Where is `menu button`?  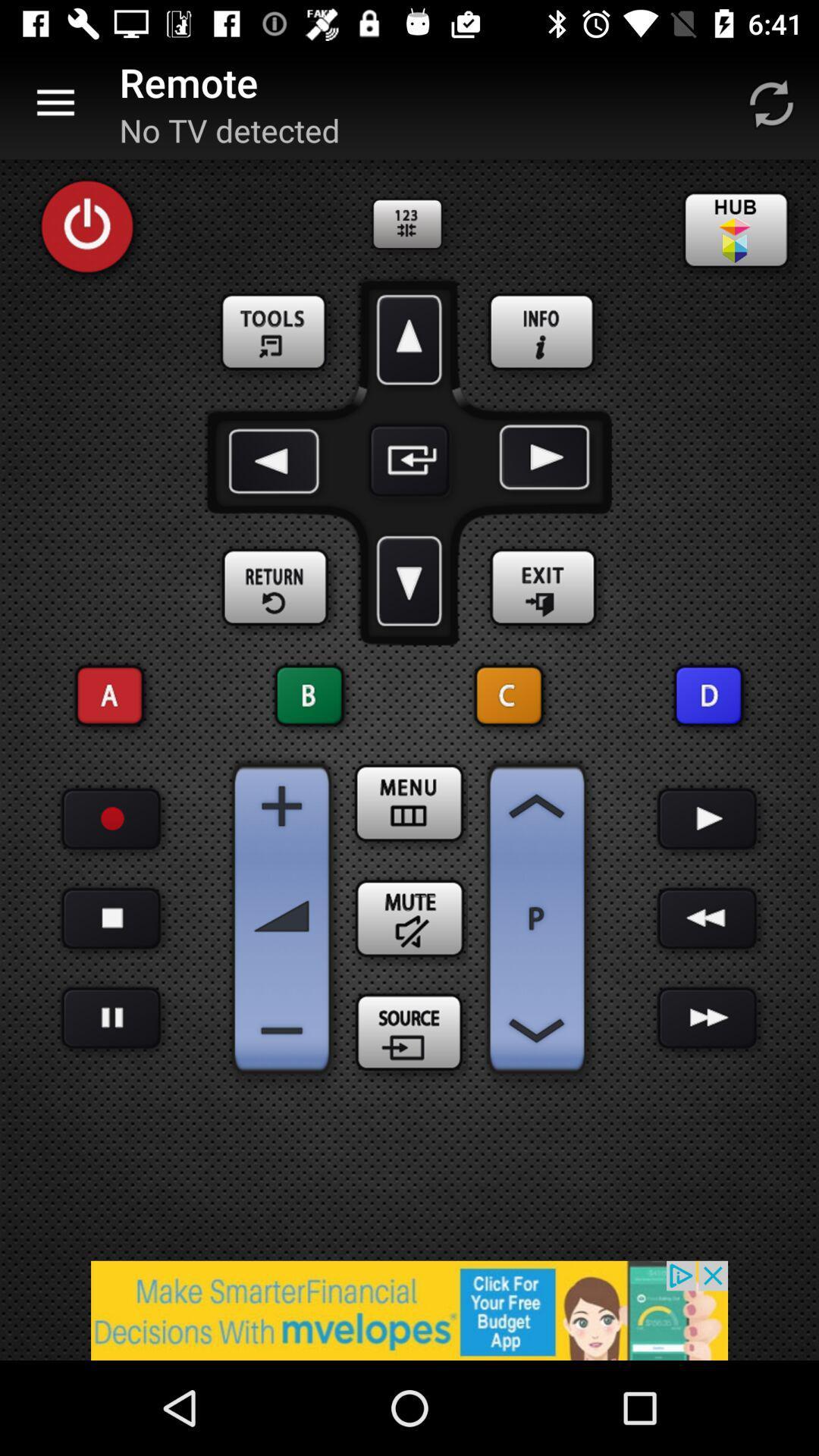 menu button is located at coordinates (409, 802).